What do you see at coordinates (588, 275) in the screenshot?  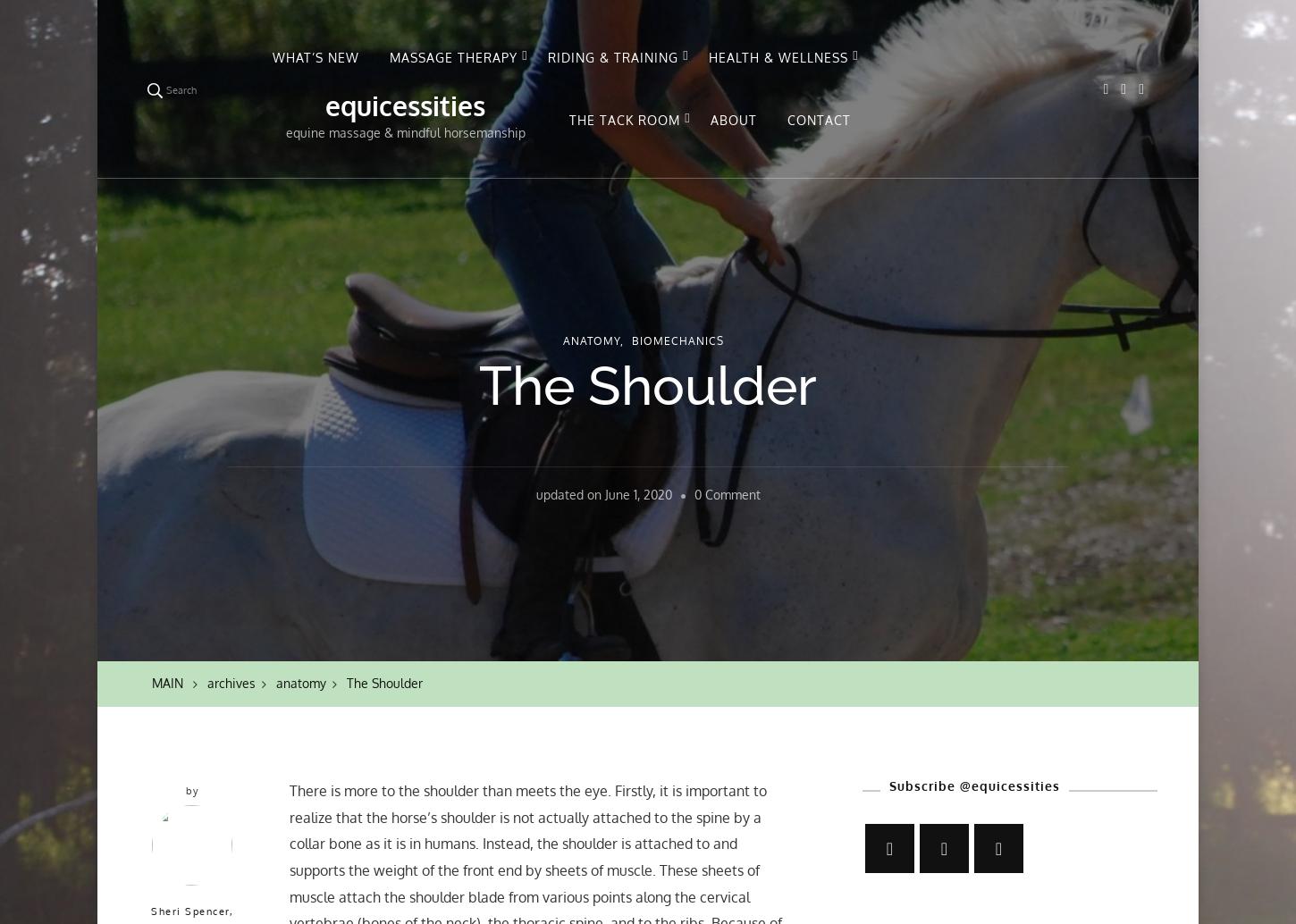 I see `'Biomechanics'` at bounding box center [588, 275].